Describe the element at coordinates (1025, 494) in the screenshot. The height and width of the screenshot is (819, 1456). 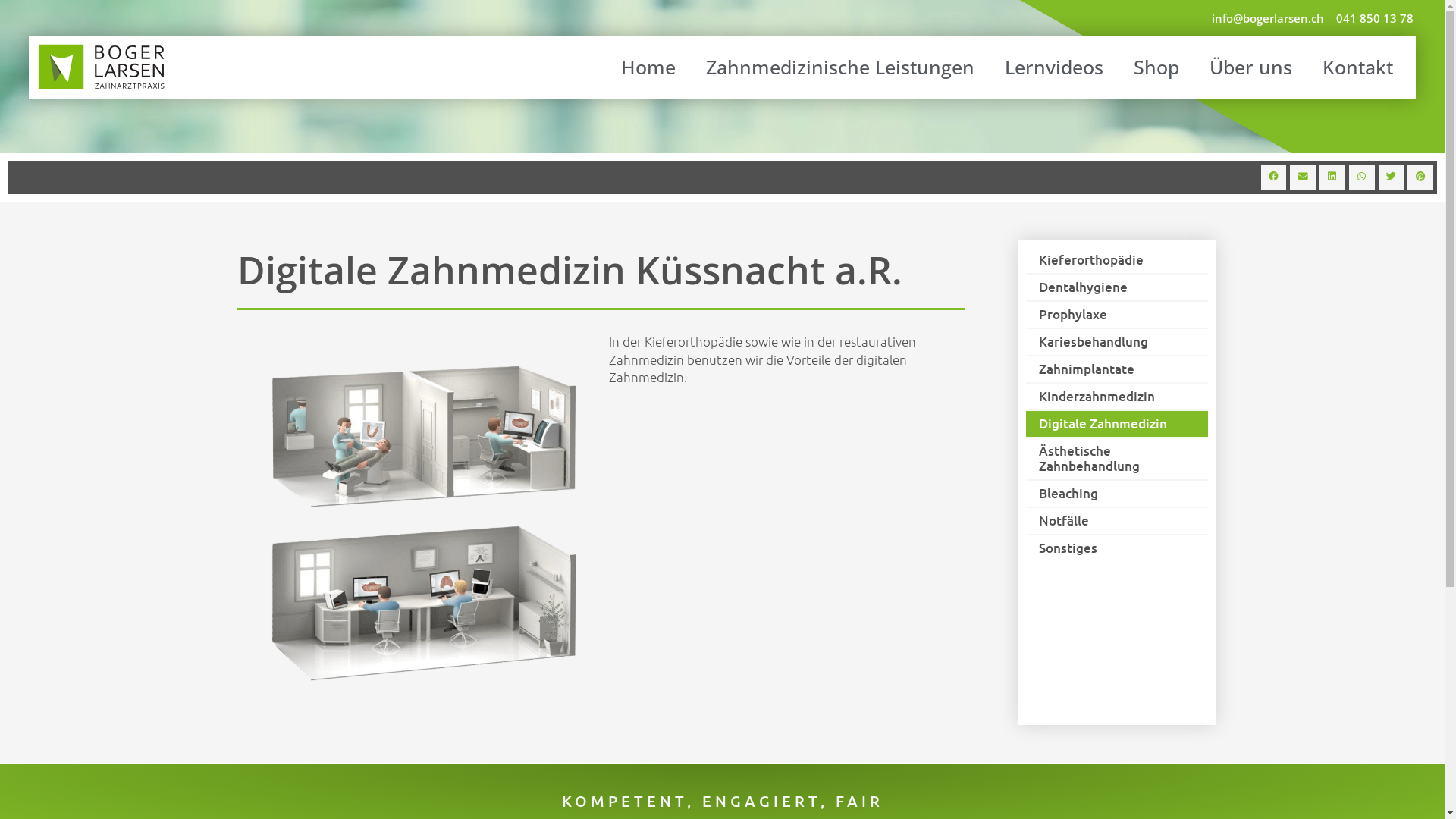
I see `'Bleaching'` at that location.